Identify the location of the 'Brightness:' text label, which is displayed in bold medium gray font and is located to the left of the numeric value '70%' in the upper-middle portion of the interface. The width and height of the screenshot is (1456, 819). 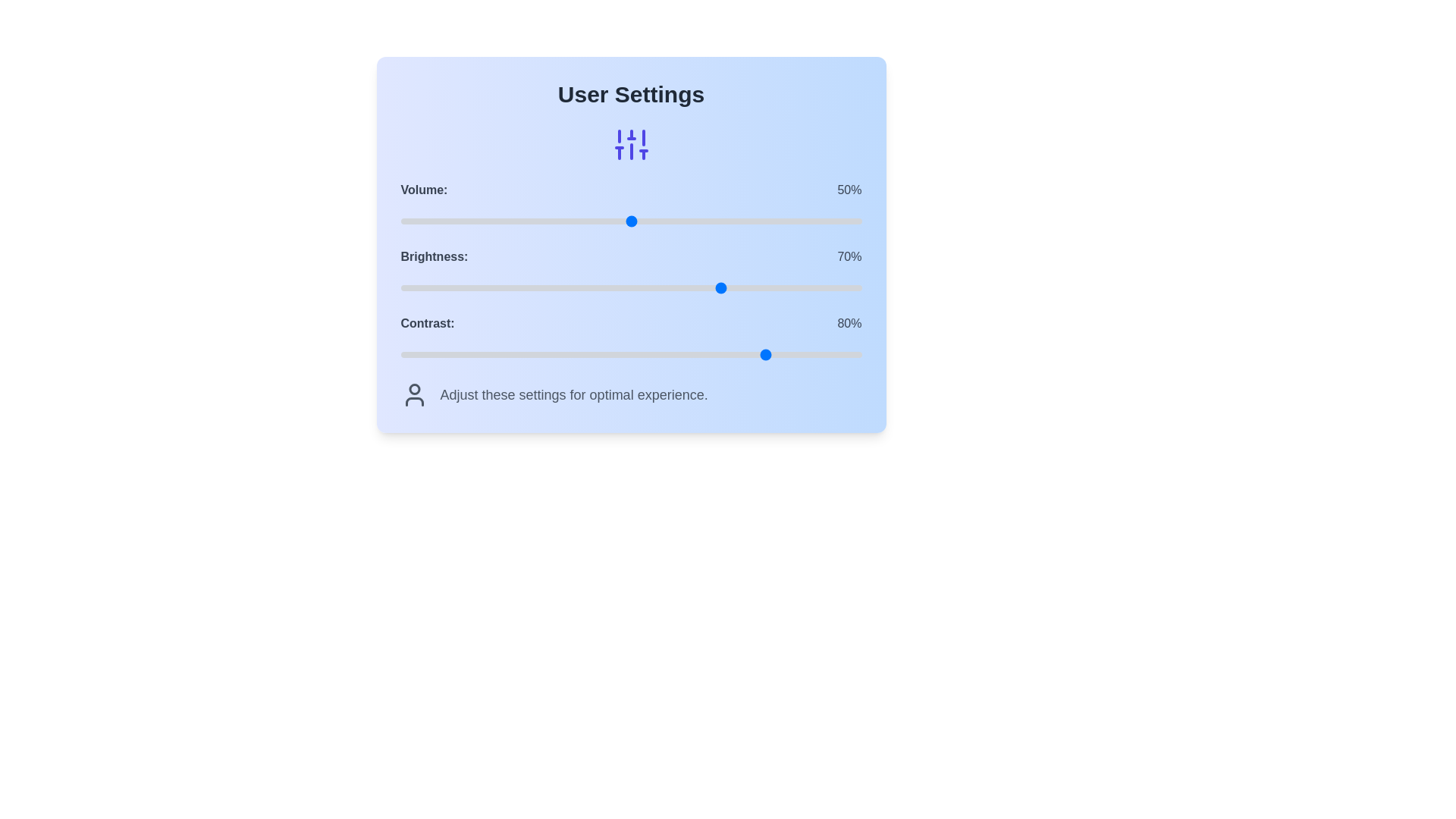
(433, 256).